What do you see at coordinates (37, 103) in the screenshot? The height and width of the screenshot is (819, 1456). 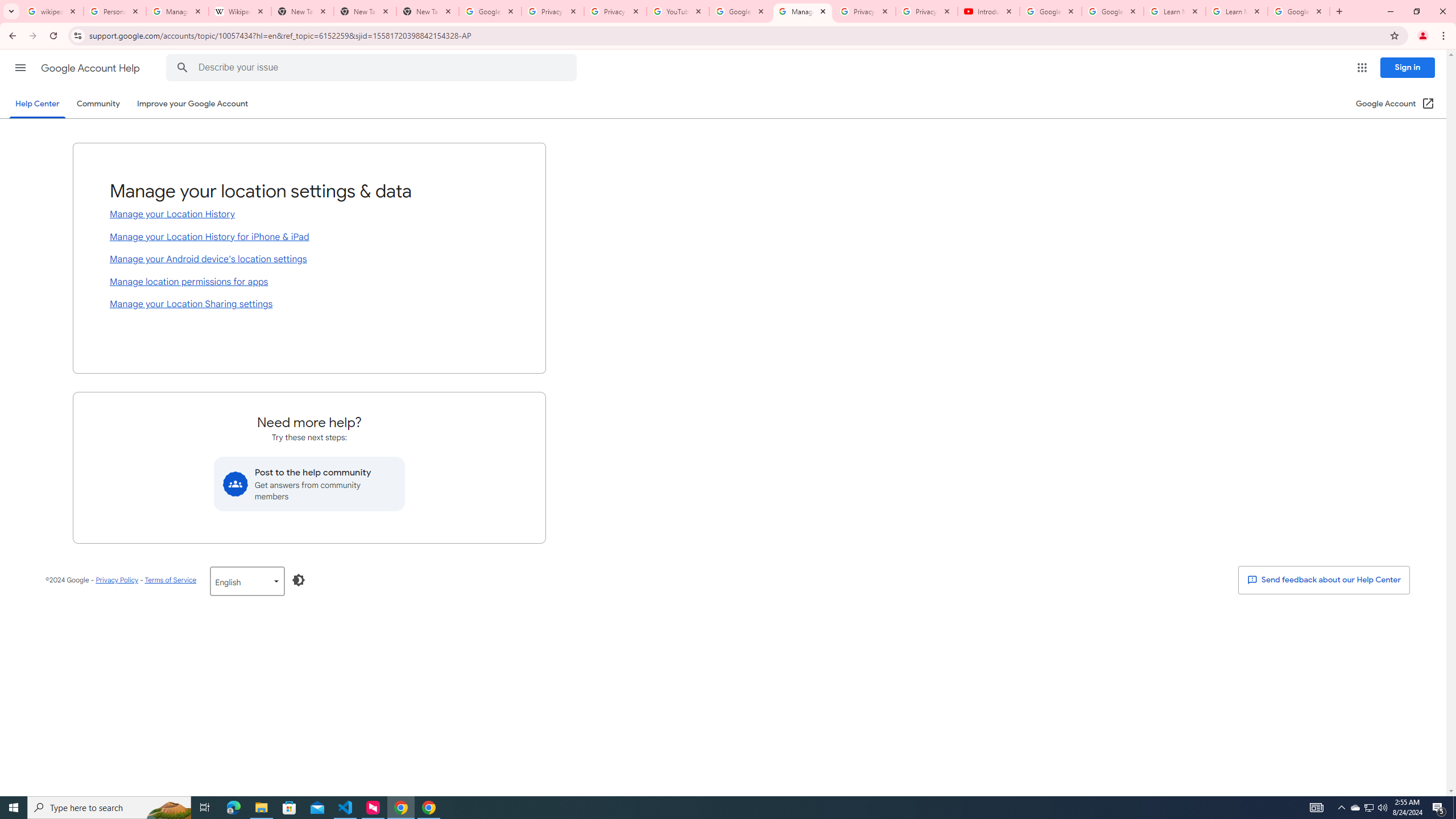 I see `'Help Center'` at bounding box center [37, 103].